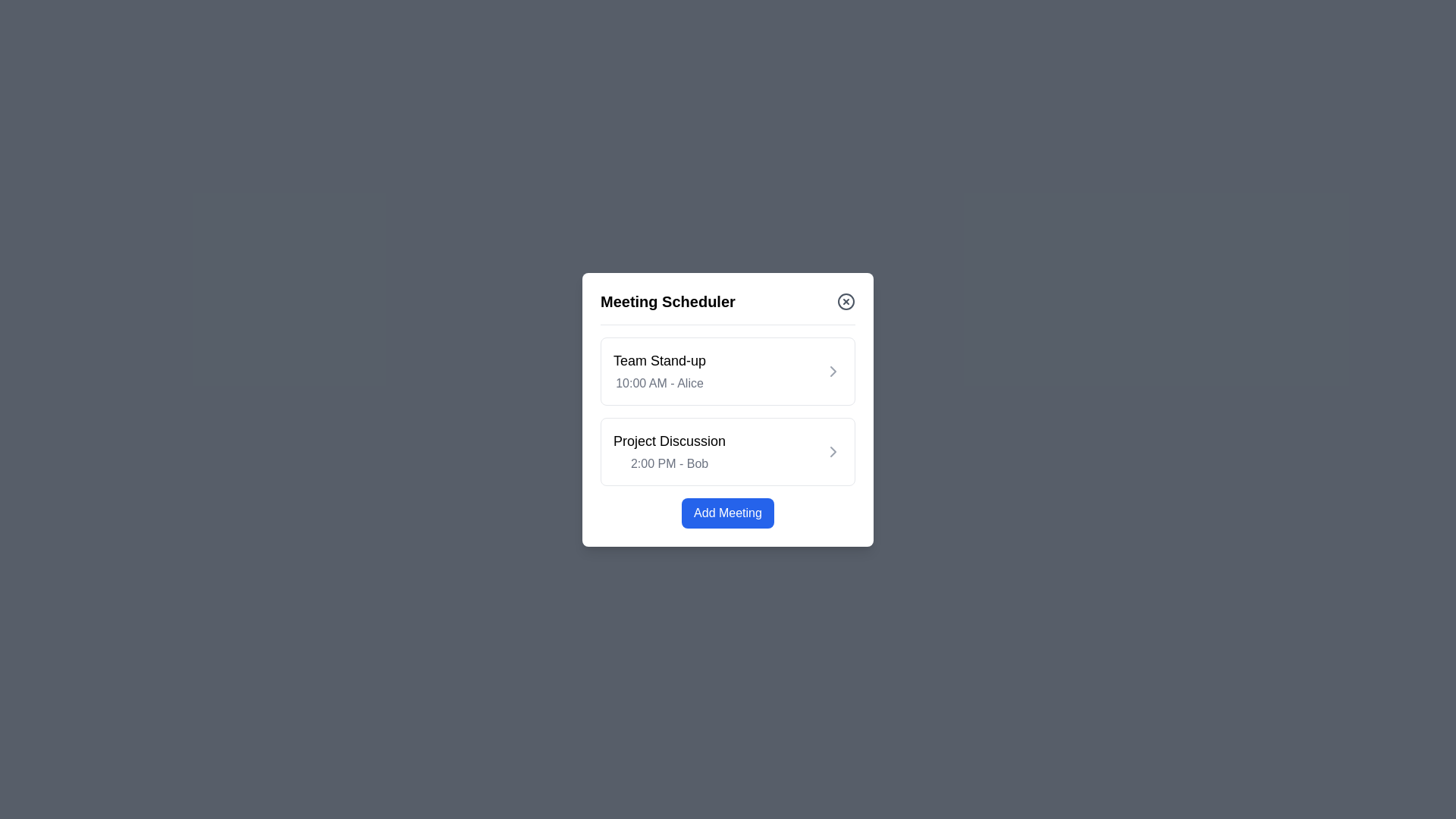 This screenshot has width=1456, height=819. Describe the element at coordinates (833, 371) in the screenshot. I see `the chevron icon located at the far right of the 'Team Stand-up' list item` at that location.